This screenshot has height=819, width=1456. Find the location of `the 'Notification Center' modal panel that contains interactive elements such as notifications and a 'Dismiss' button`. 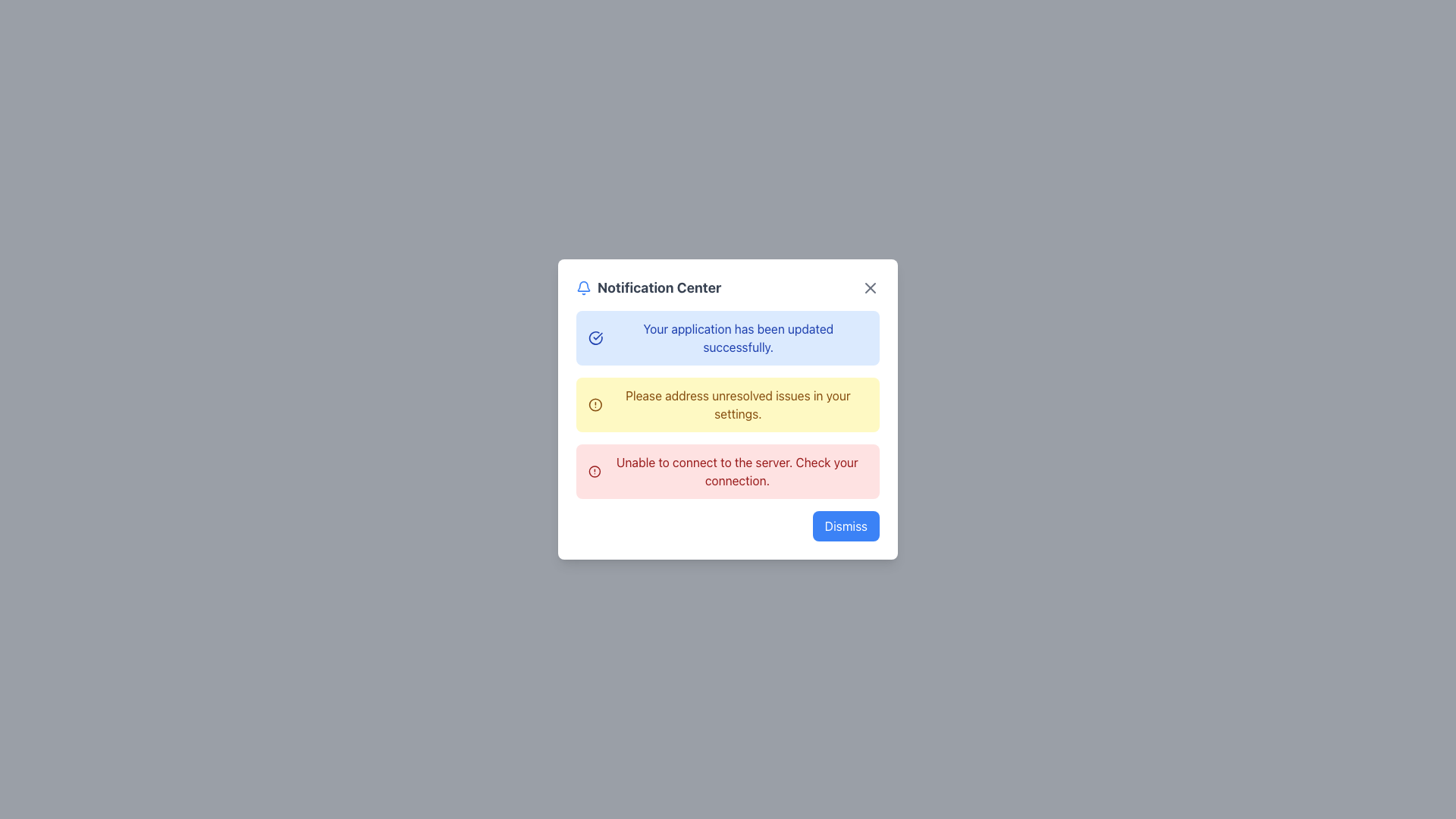

the 'Notification Center' modal panel that contains interactive elements such as notifications and a 'Dismiss' button is located at coordinates (728, 409).